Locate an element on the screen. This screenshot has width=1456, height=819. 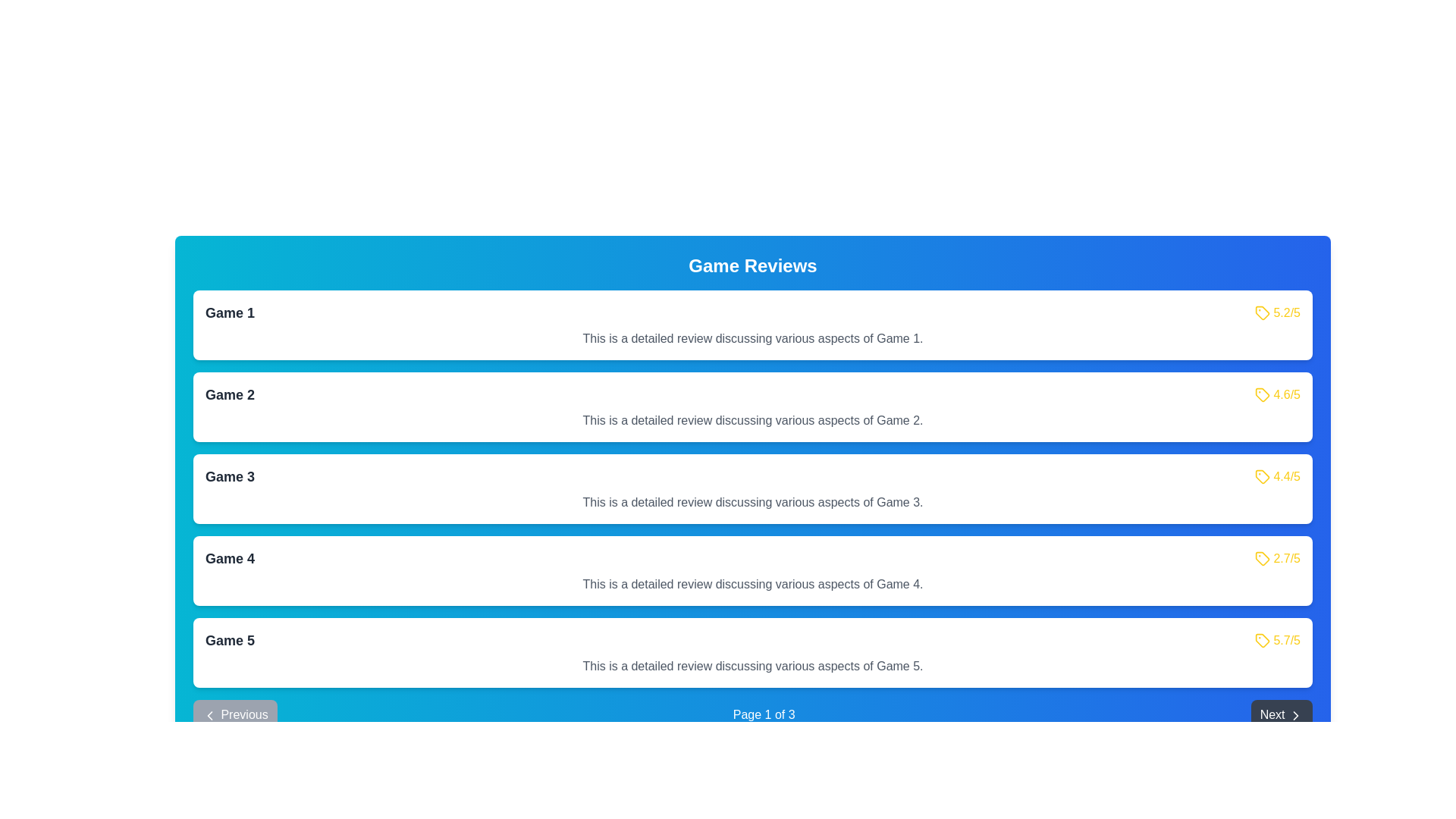
the visual representation of the Graphical Icon in the fourth 'Game Review' section, which signifies a numerical rating of '2.7/5' is located at coordinates (1263, 558).